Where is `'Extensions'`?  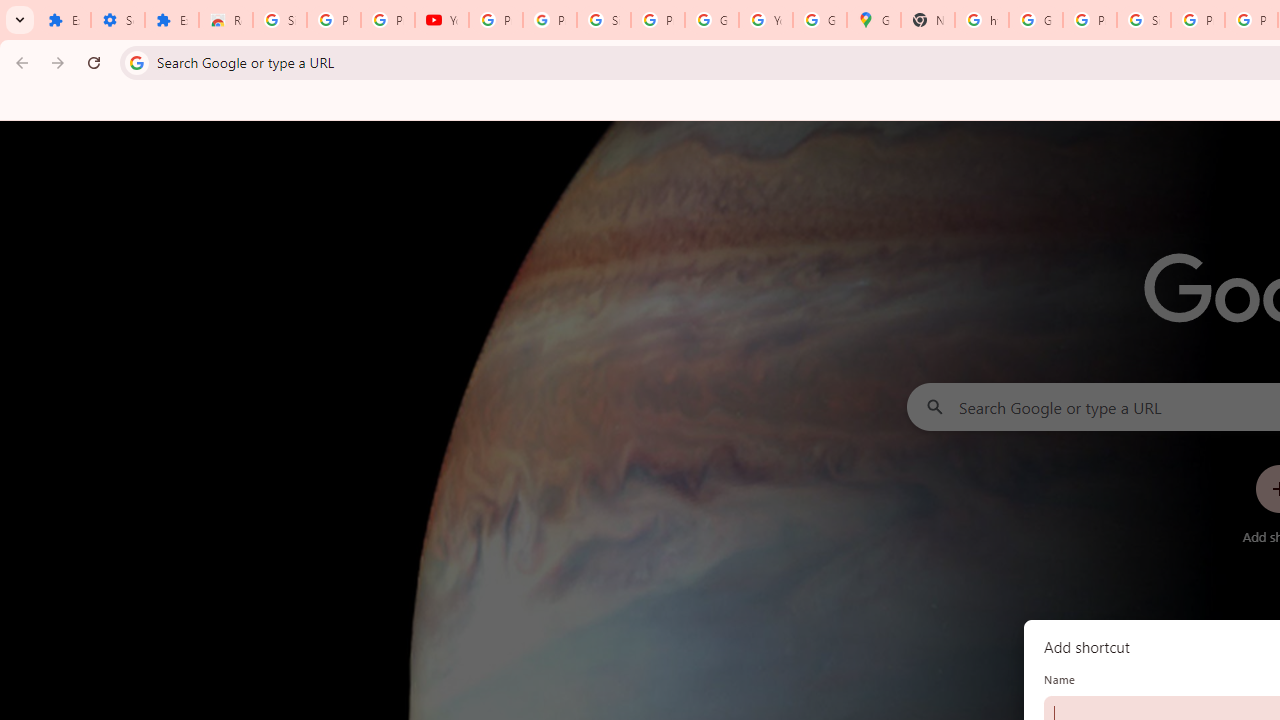
'Extensions' is located at coordinates (171, 20).